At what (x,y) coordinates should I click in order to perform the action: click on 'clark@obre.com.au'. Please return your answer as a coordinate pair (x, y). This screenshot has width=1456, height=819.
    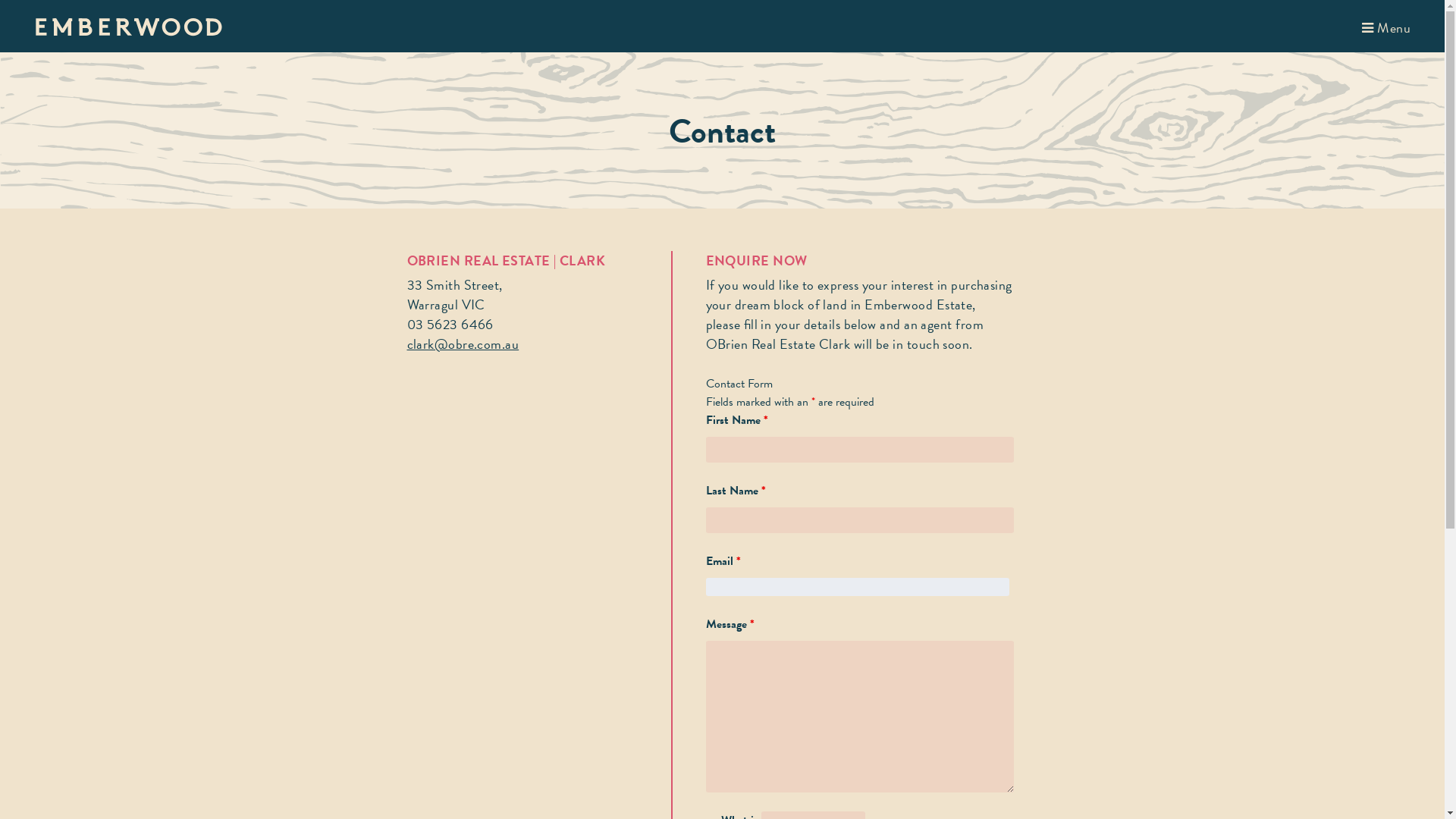
    Looking at the image, I should click on (461, 344).